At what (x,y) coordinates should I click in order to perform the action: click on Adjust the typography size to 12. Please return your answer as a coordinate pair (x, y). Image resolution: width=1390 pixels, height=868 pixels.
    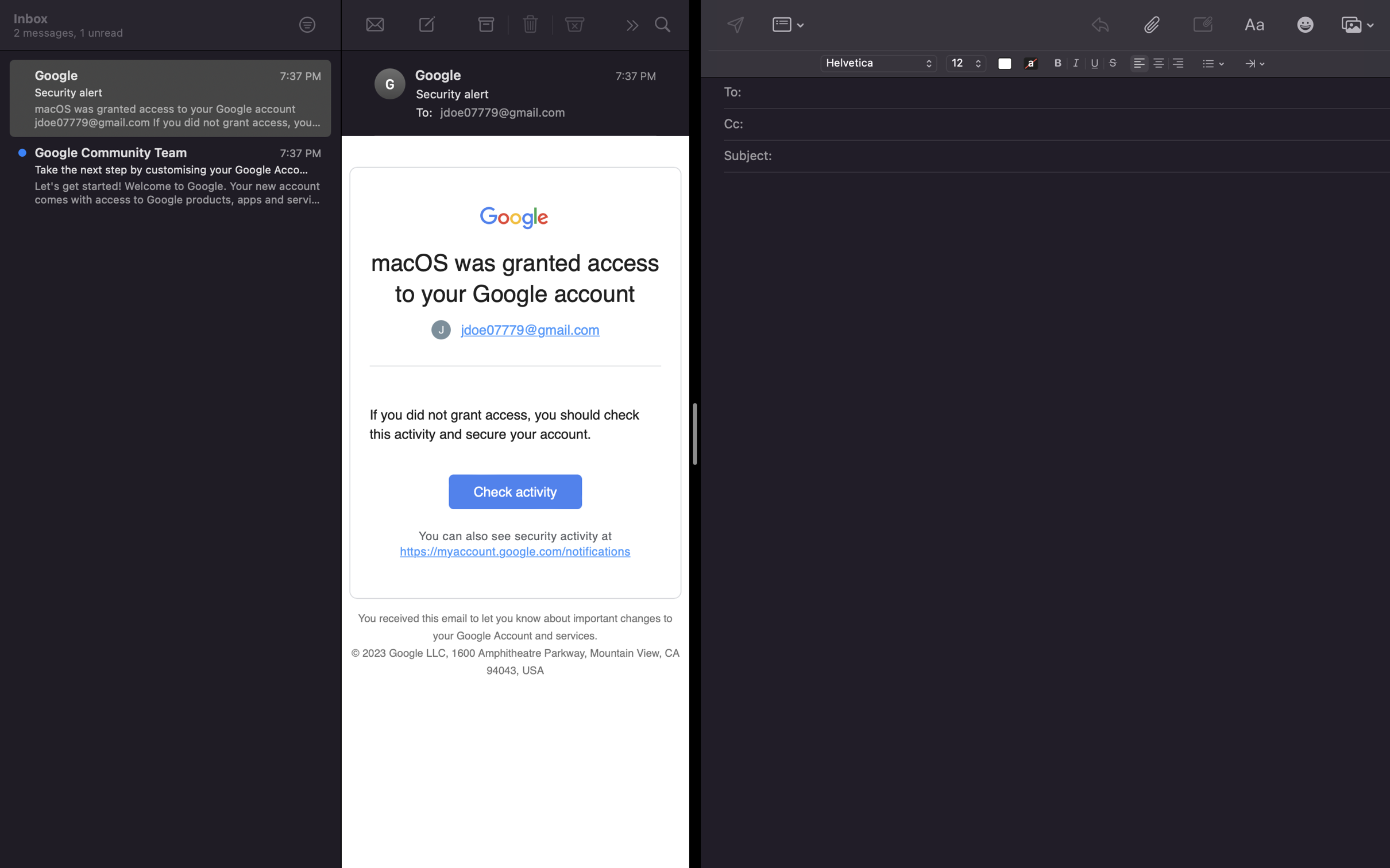
    Looking at the image, I should click on (966, 64).